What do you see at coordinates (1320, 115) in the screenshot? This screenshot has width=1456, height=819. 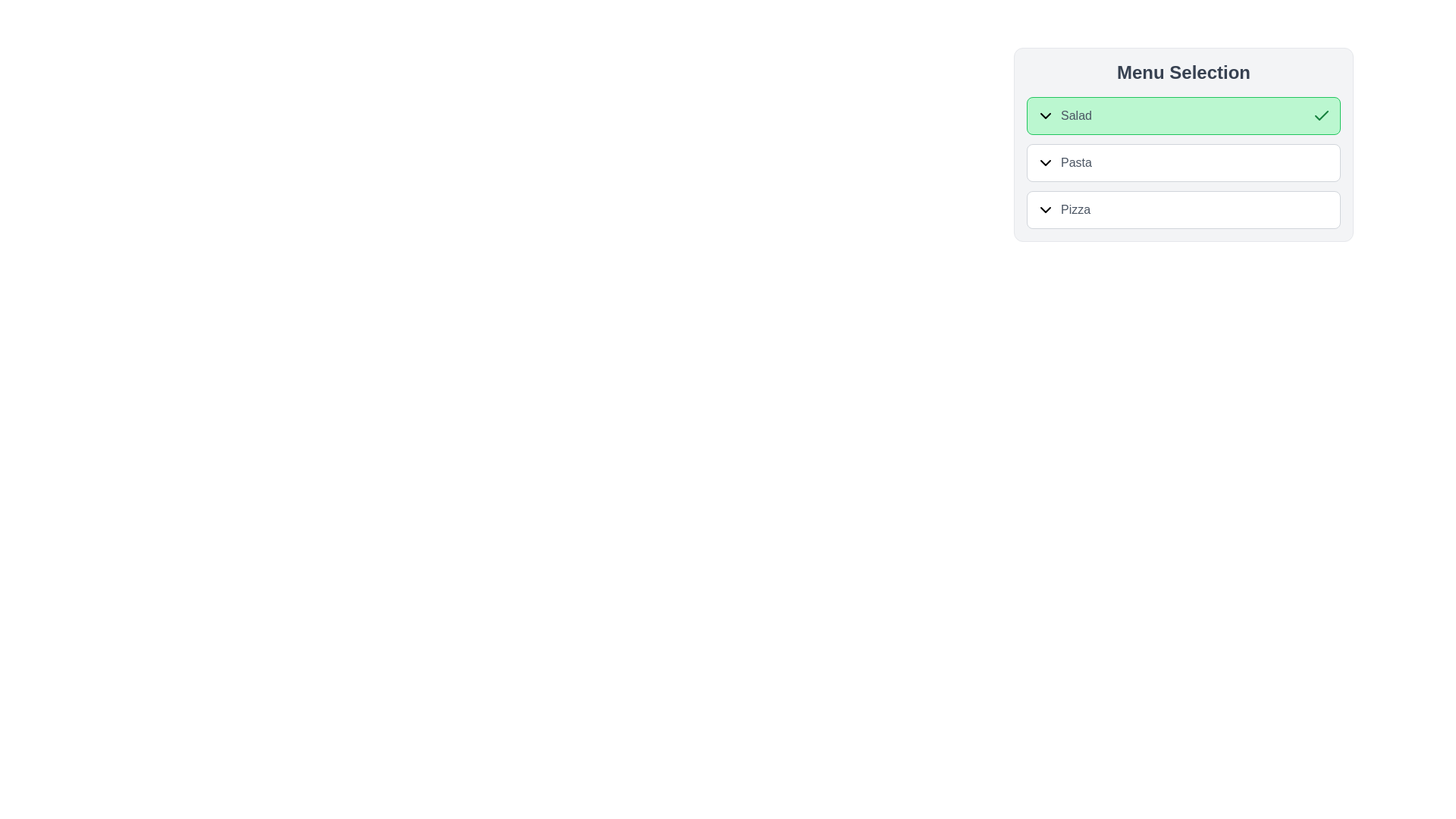 I see `the selection indicator icon for the 'Salad' menu option located on the right side of the row in the Menu Selection panel` at bounding box center [1320, 115].